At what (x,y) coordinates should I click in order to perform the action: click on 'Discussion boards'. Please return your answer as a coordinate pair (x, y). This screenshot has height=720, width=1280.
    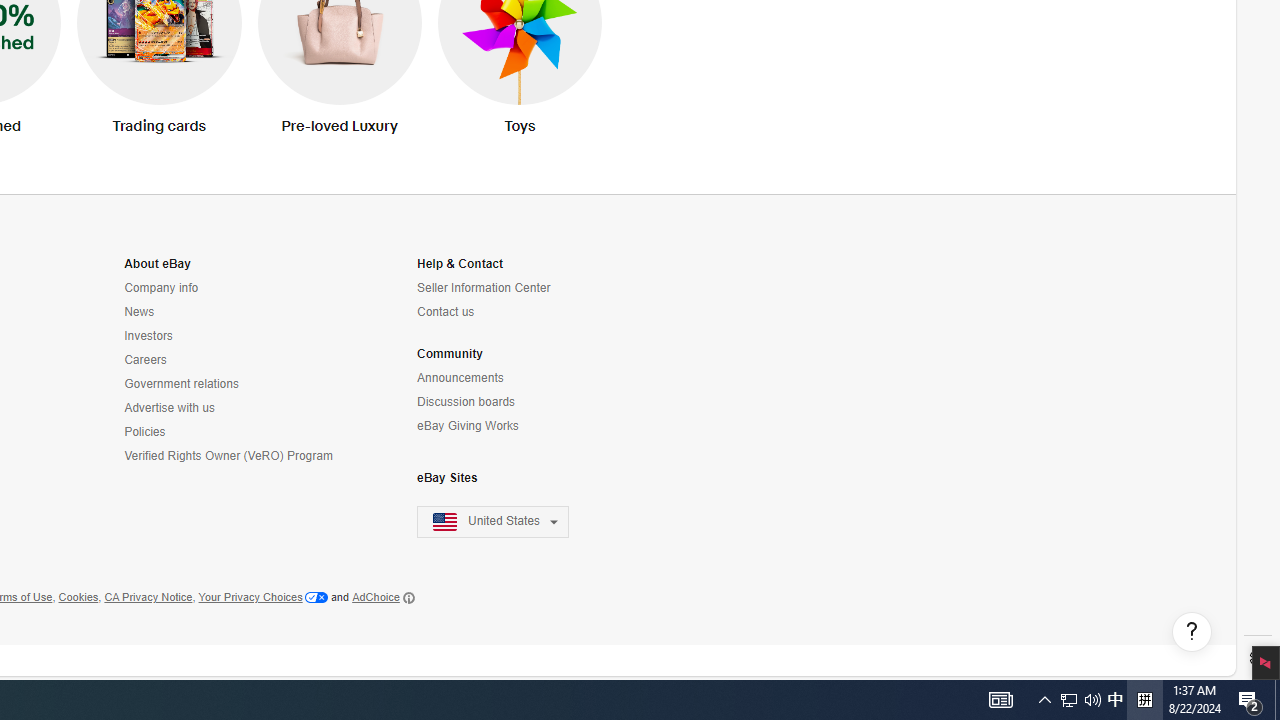
    Looking at the image, I should click on (465, 402).